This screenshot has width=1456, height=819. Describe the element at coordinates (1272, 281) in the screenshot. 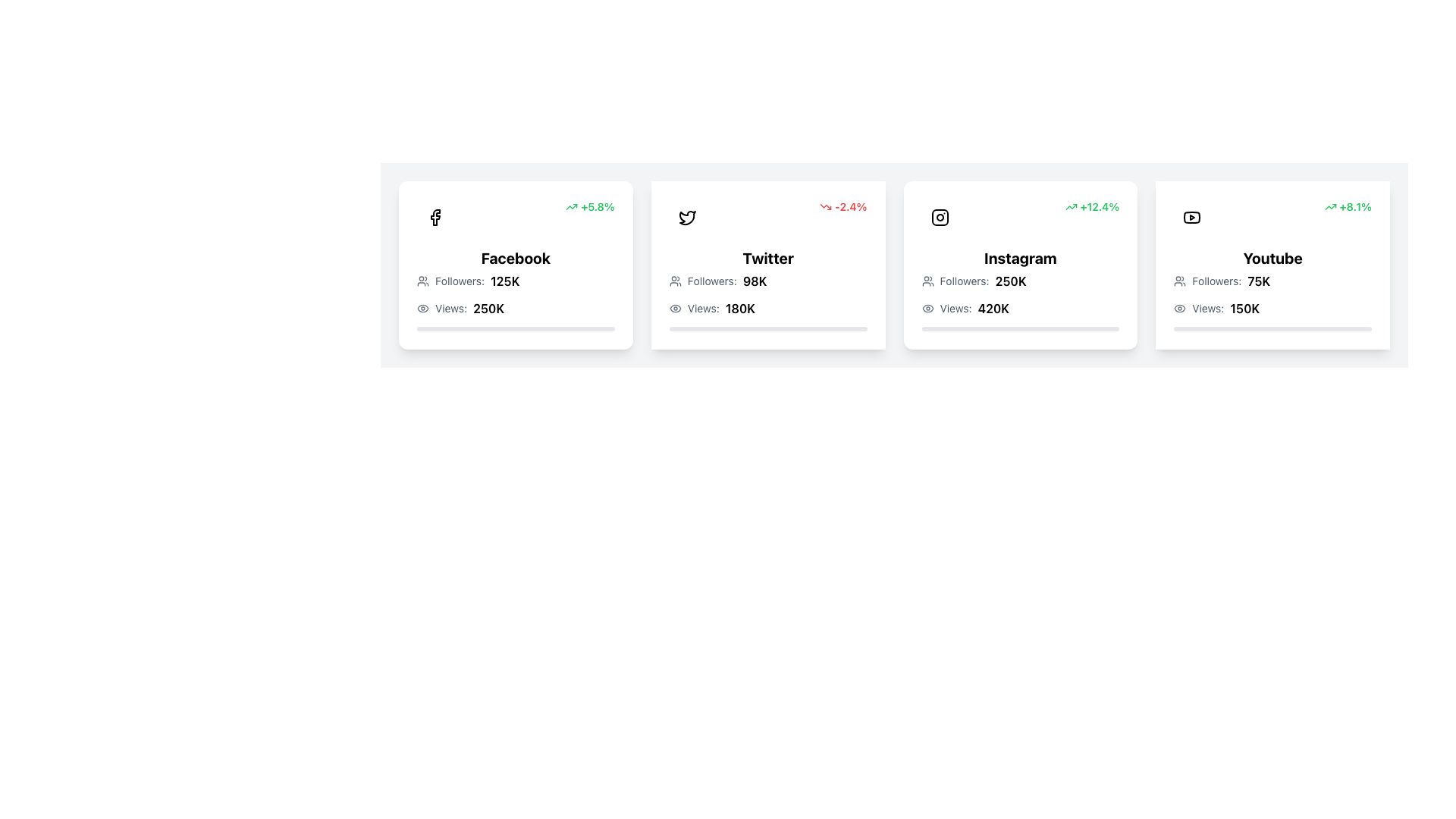

I see `the follower count display in the card titled 'YouTube', located above the 'Views: 150K' data row` at that location.